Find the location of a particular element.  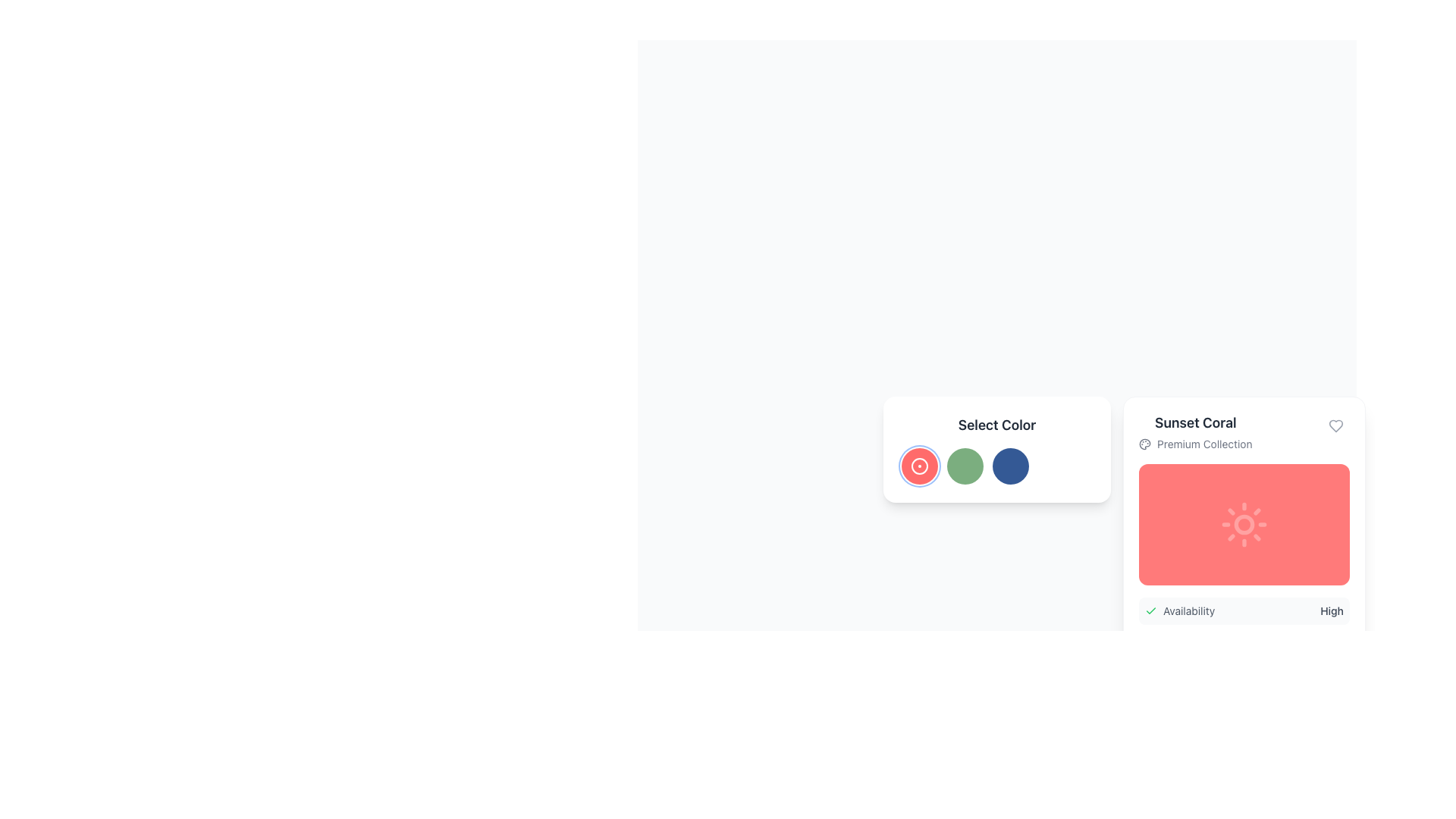

the 'Select Color' text label displayed in bold typography with a gray font color, which is centrally located above a row of colored circles is located at coordinates (997, 425).